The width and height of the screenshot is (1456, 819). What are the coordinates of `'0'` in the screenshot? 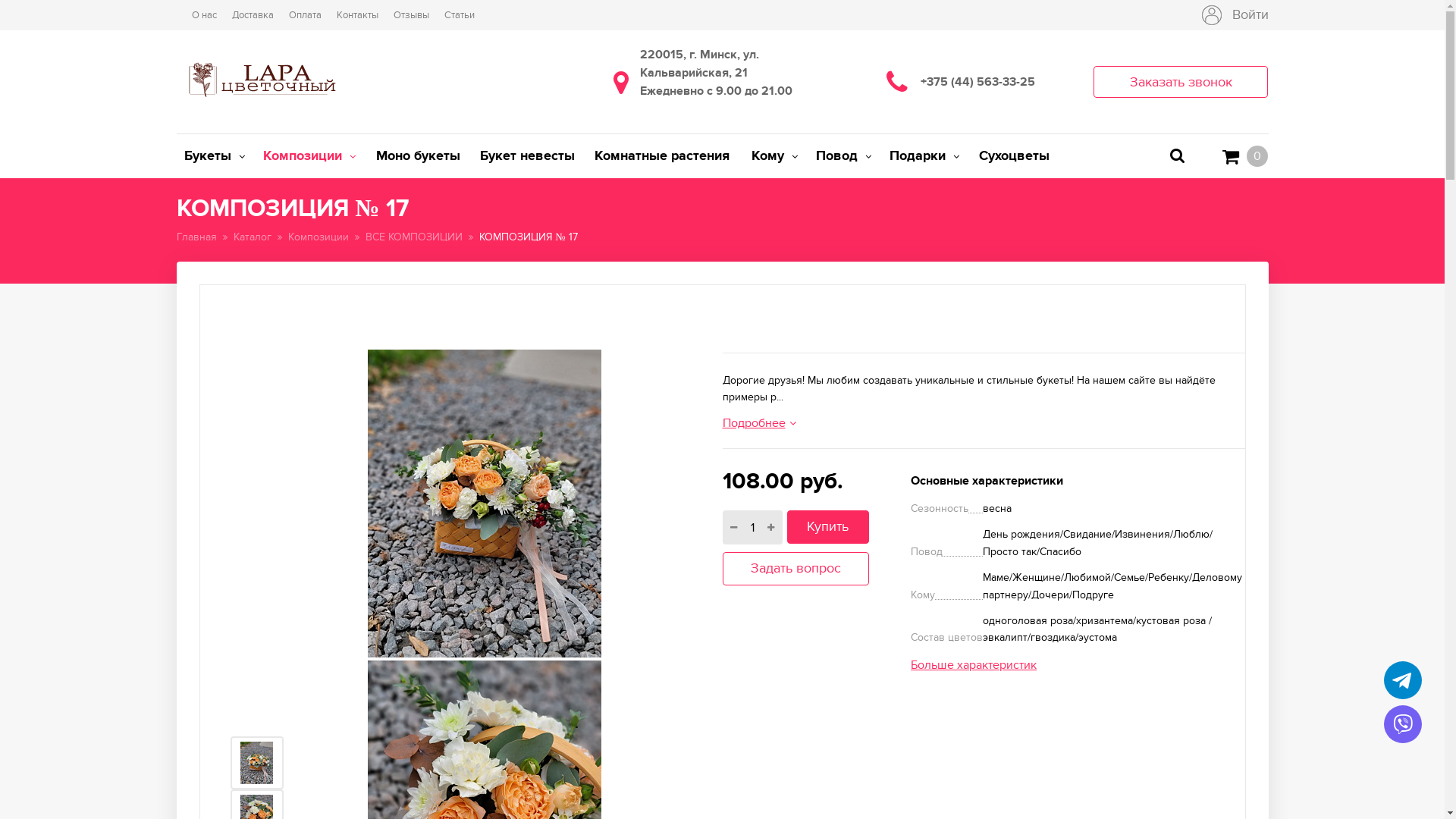 It's located at (1244, 155).